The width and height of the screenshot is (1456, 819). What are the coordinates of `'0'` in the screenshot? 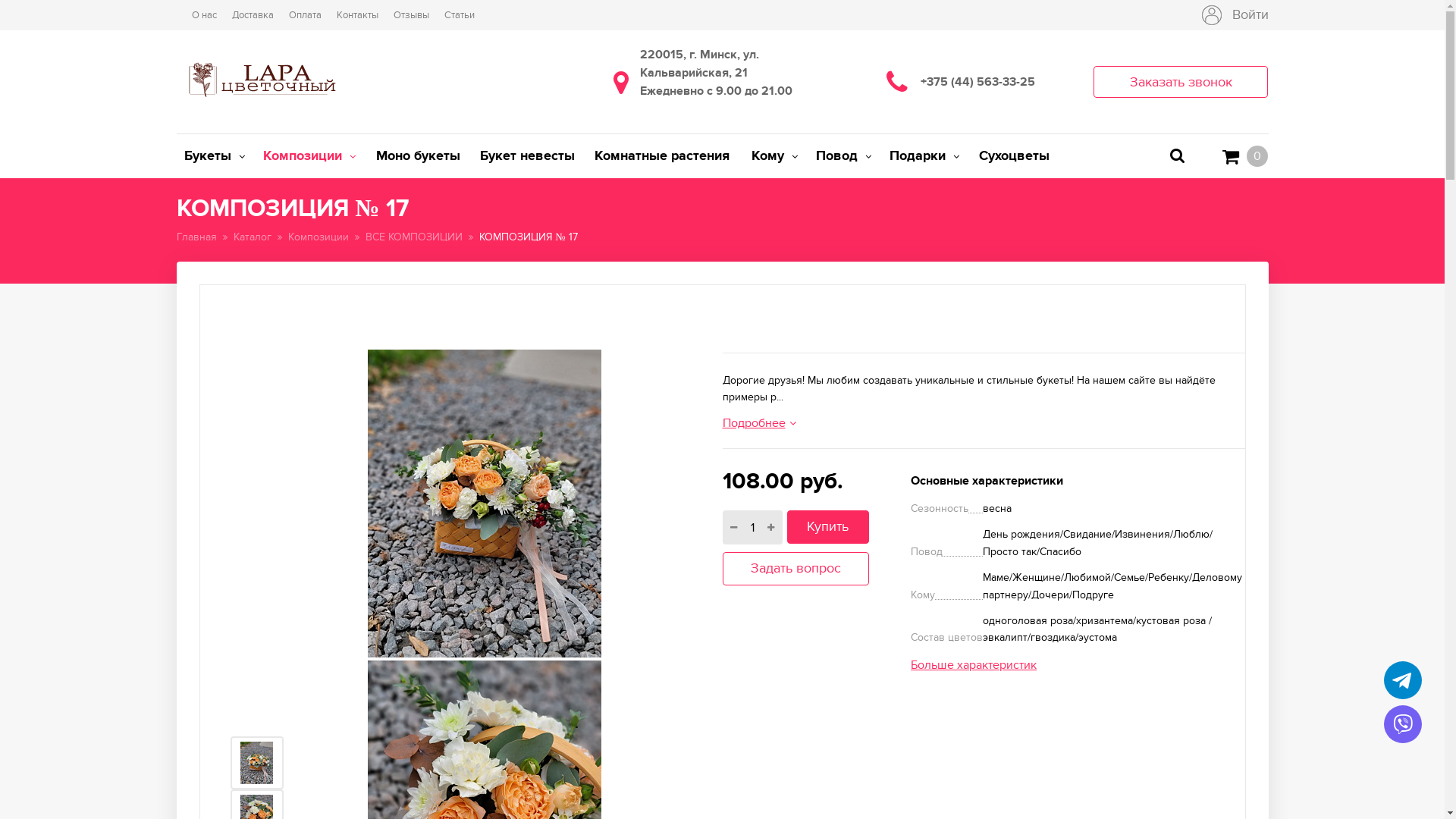 It's located at (1244, 155).